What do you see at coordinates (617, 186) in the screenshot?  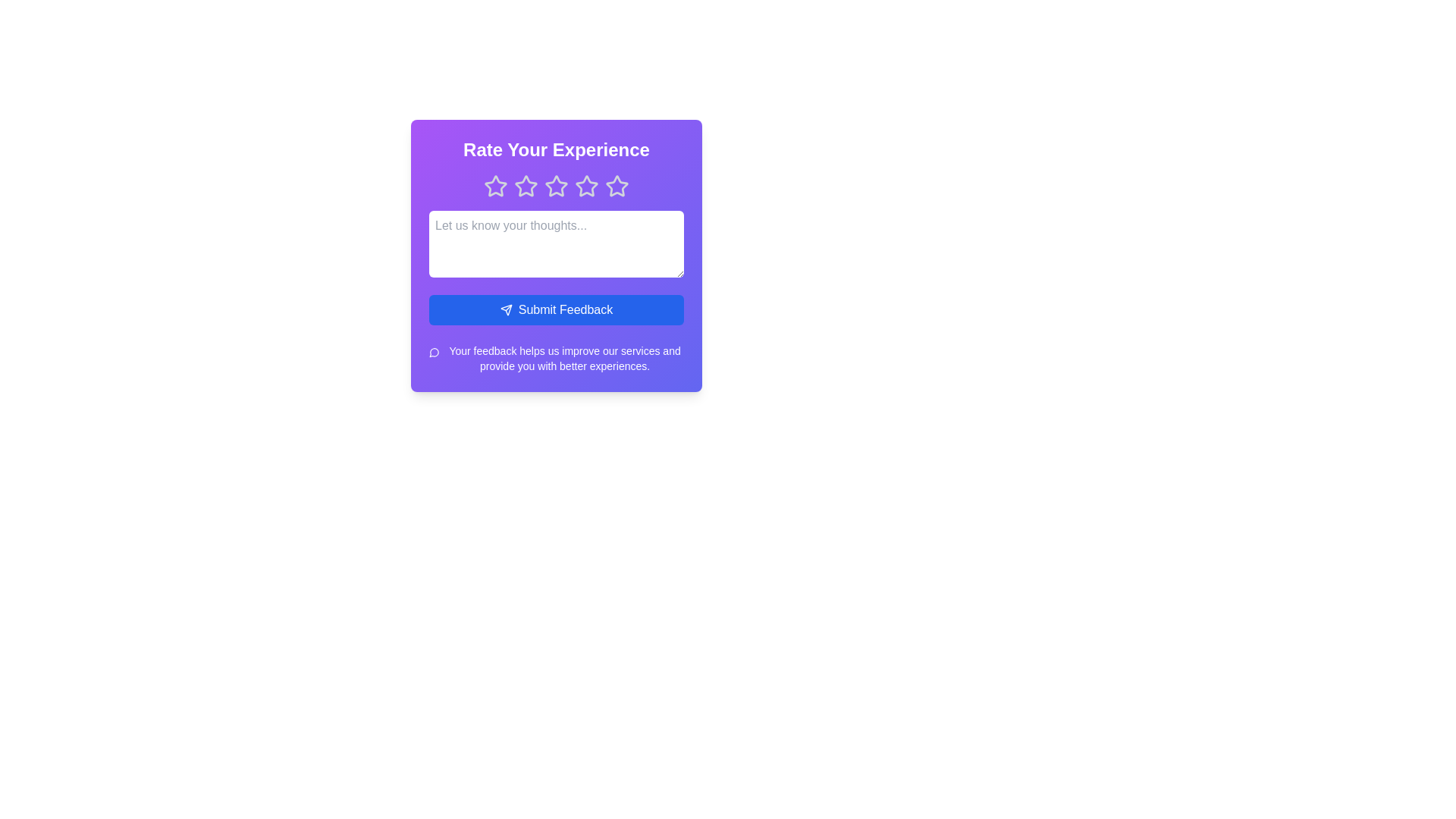 I see `the fifth star icon to rate the experience on the five-star scale below the 'Rate Your Experience' header in the purple feedback form card` at bounding box center [617, 186].